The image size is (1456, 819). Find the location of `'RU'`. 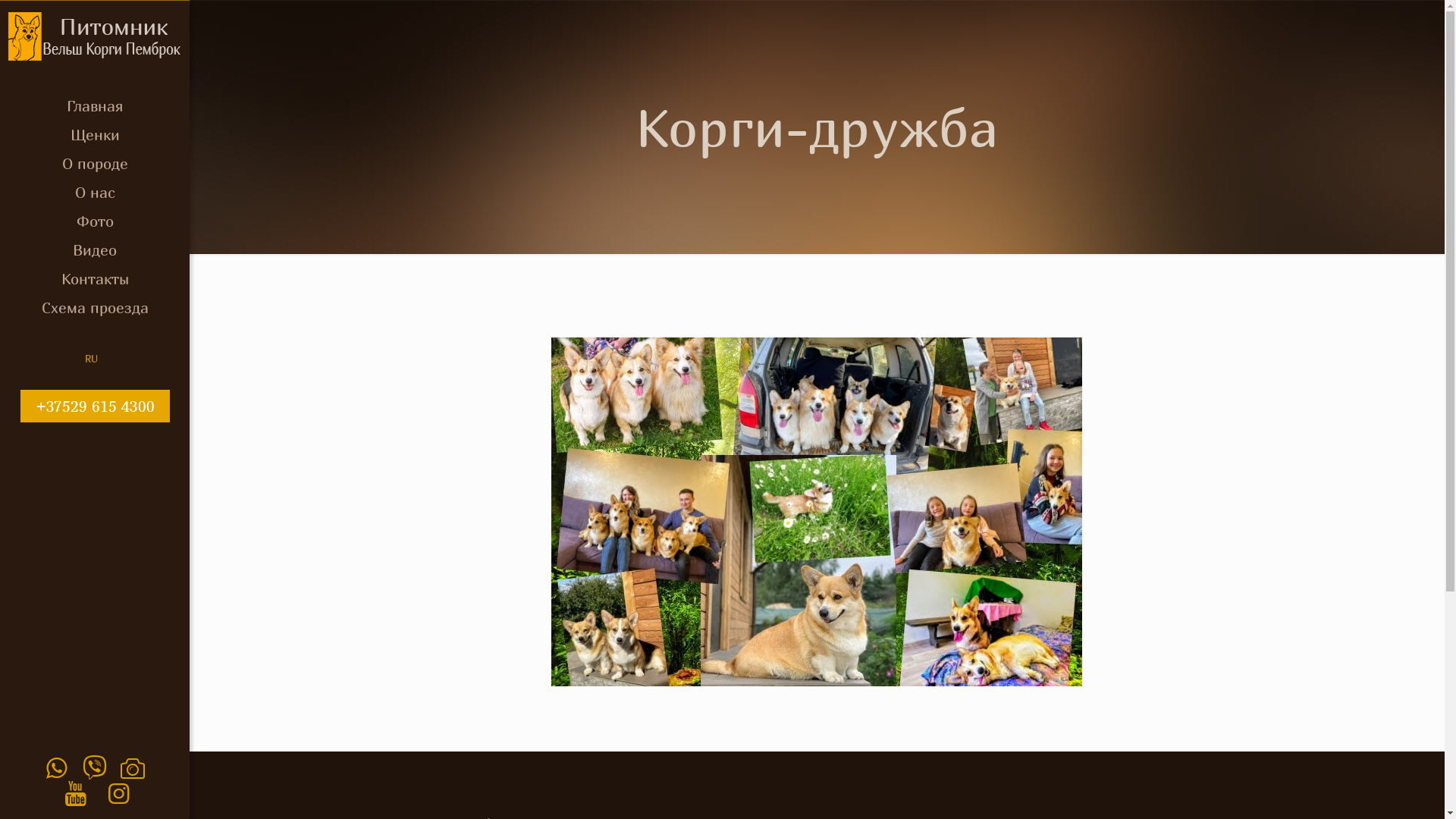

'RU' is located at coordinates (83, 359).